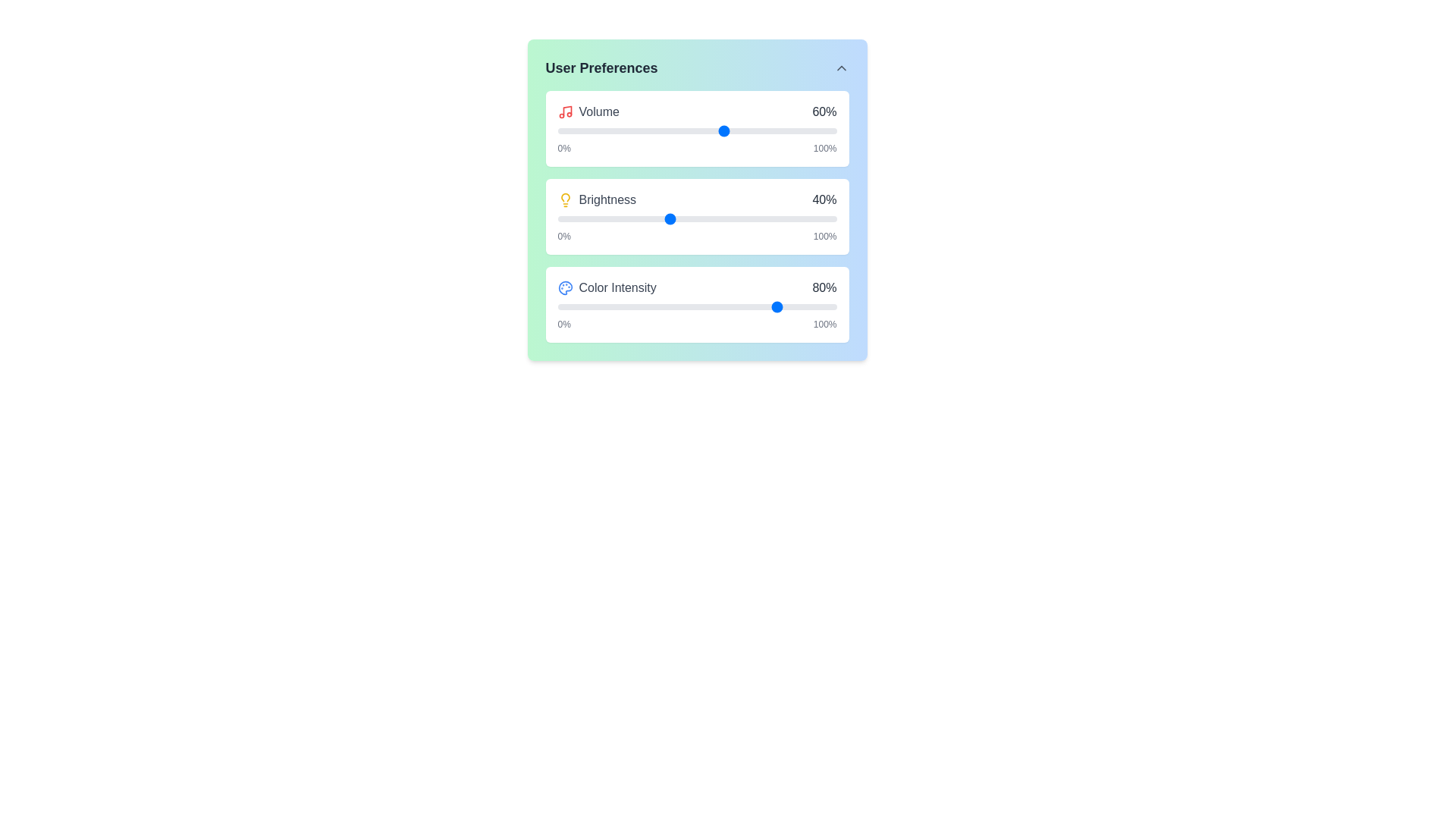 Image resolution: width=1456 pixels, height=819 pixels. I want to click on information displayed on the text label indicating the current volume level of 60%, located in the 'Volume' section adjacent to the volume slider, so click(824, 111).